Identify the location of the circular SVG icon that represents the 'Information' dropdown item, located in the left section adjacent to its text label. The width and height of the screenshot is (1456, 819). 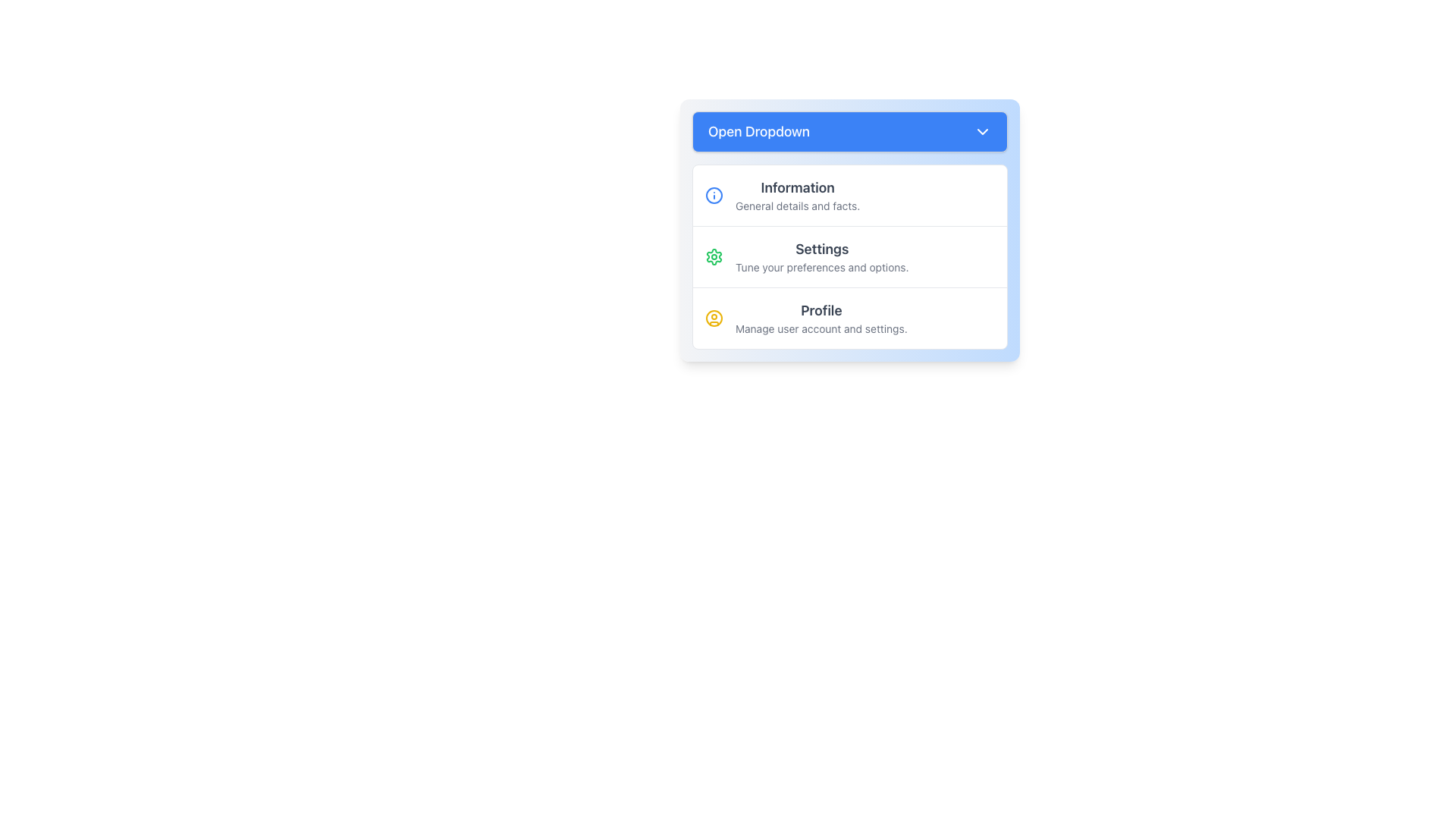
(713, 195).